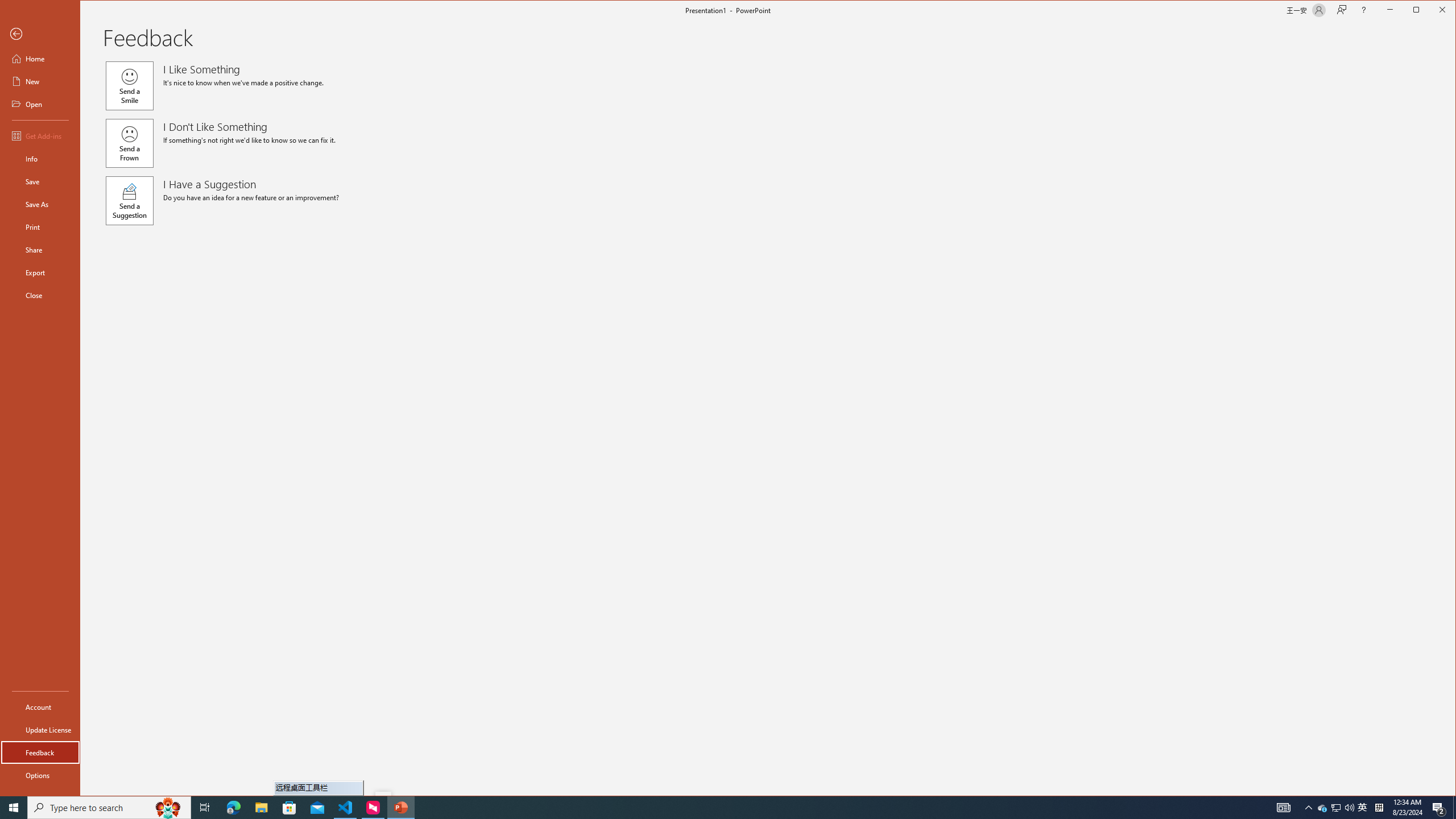 This screenshot has width=1456, height=819. What do you see at coordinates (1454, 806) in the screenshot?
I see `'Show desktop'` at bounding box center [1454, 806].